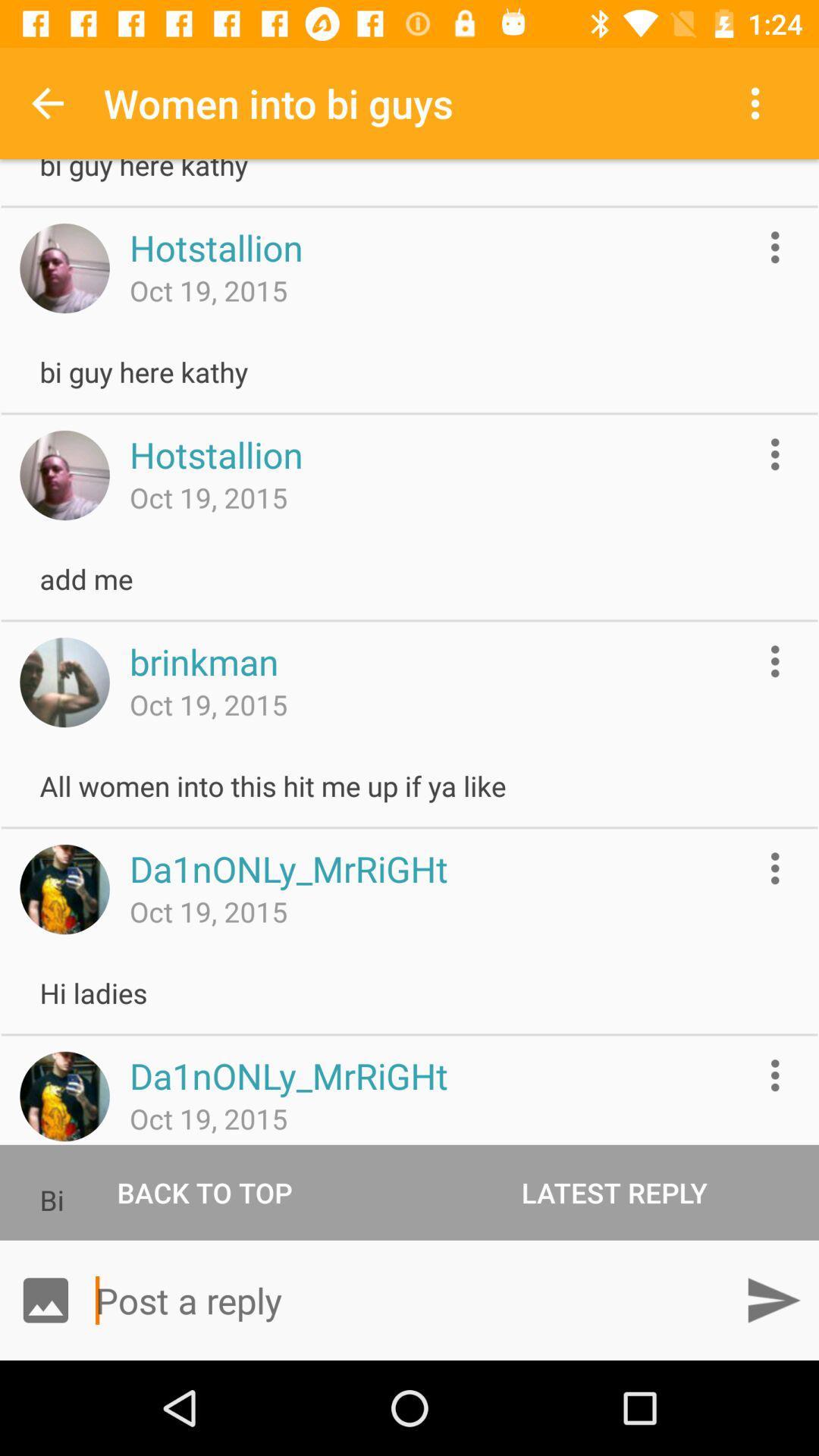  I want to click on this profile, so click(64, 889).